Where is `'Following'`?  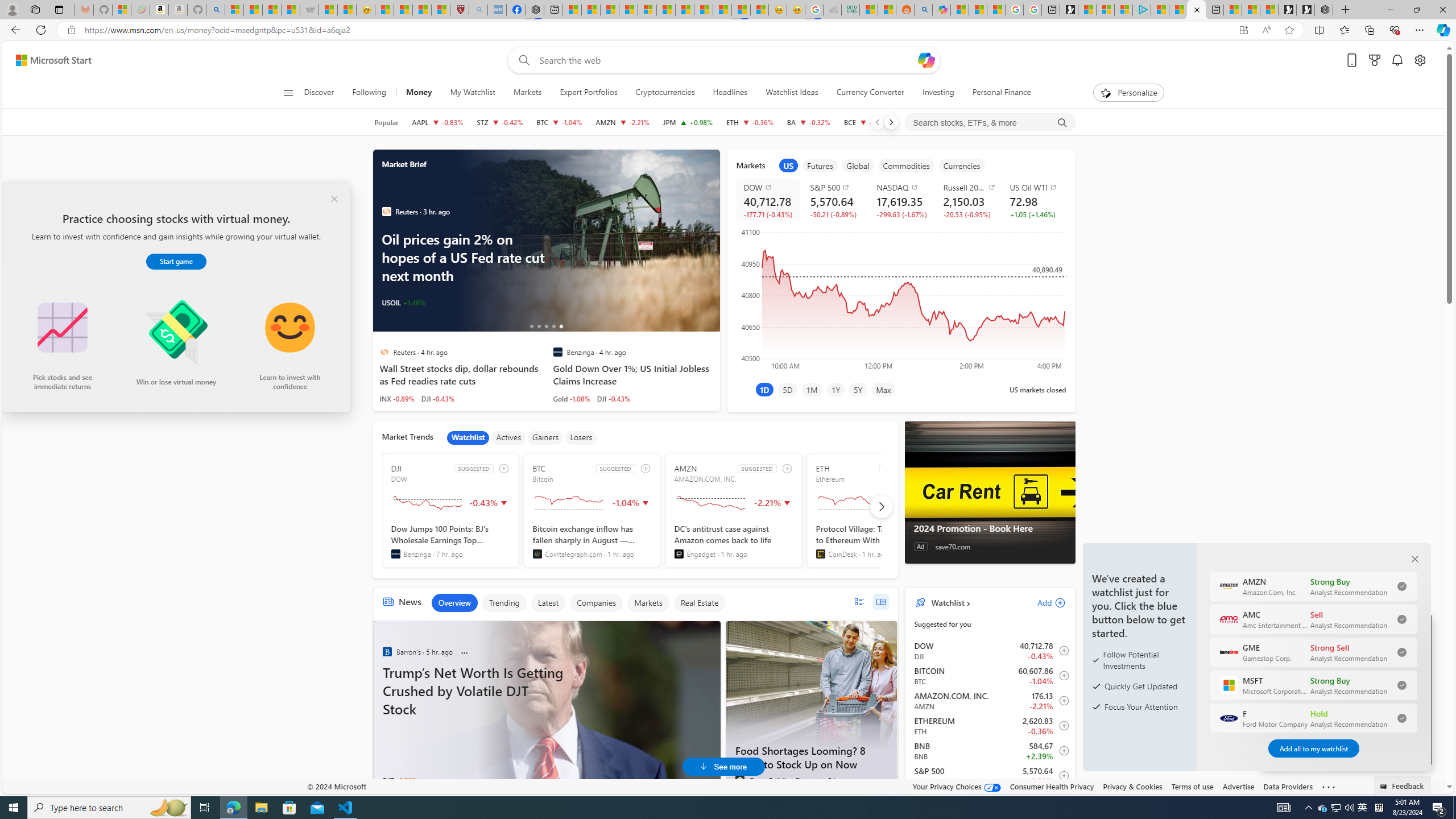 'Following' is located at coordinates (369, 92).